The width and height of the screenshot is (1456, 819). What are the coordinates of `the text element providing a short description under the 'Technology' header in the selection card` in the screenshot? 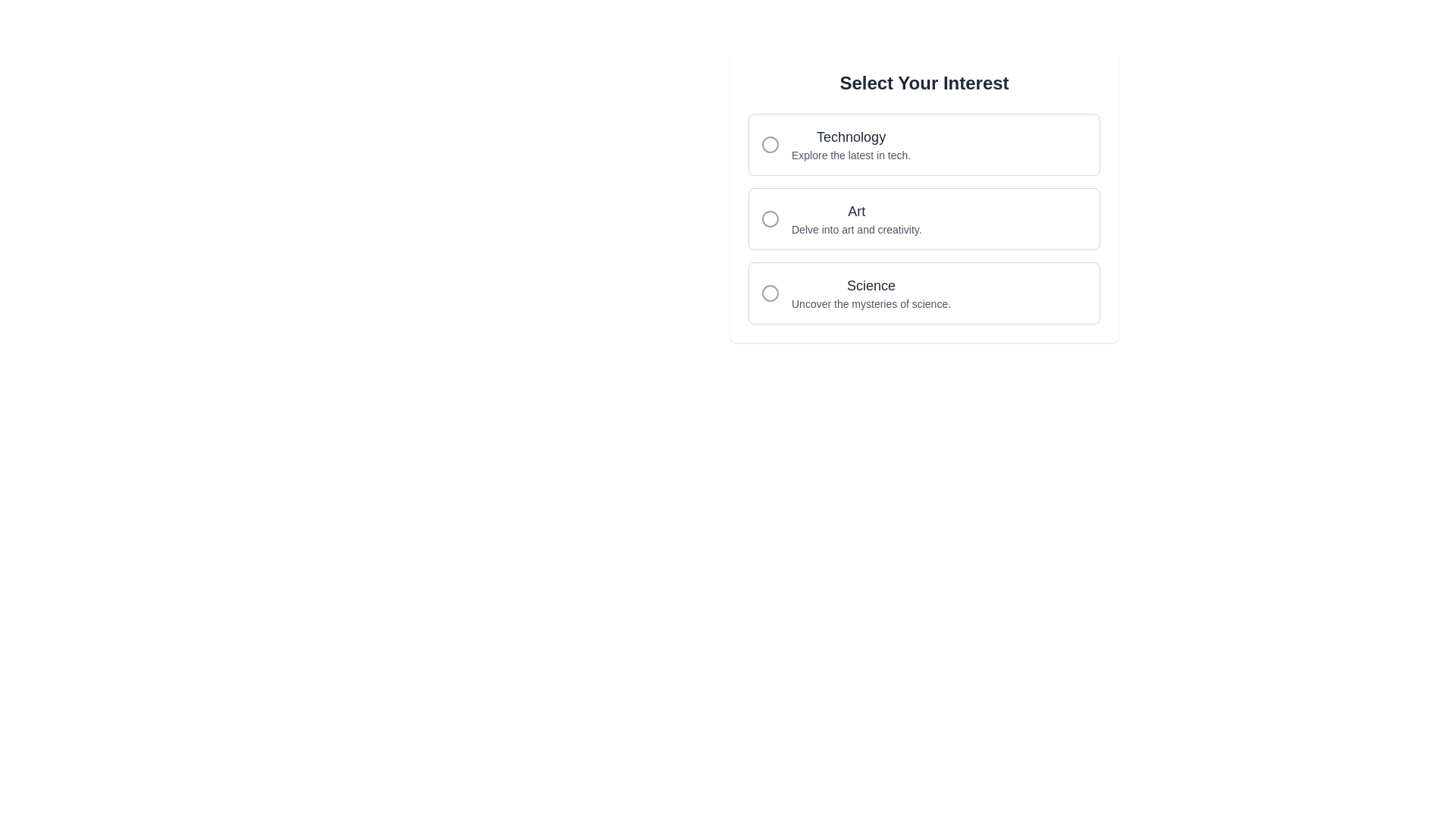 It's located at (851, 155).